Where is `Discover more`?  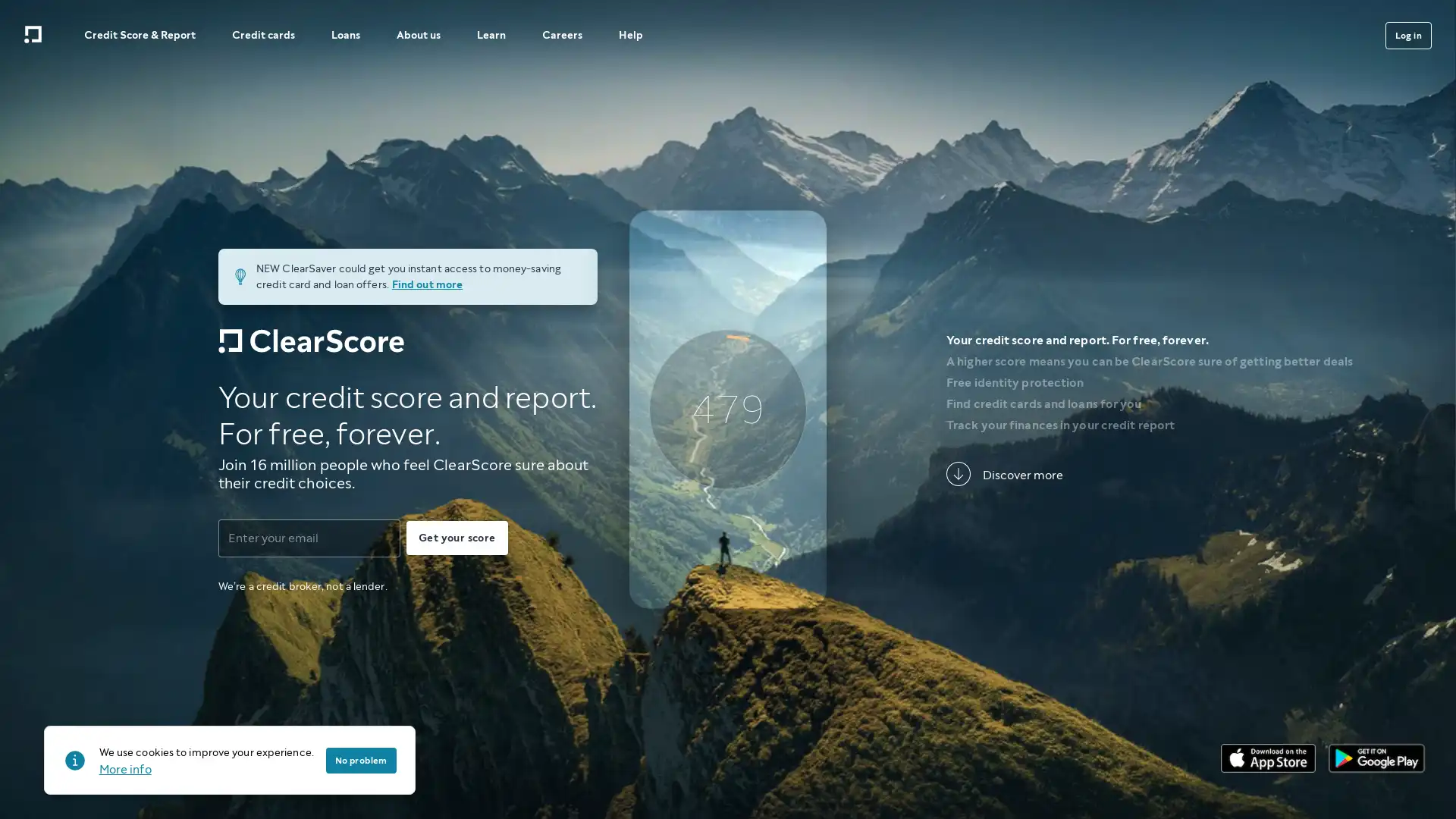 Discover more is located at coordinates (1004, 473).